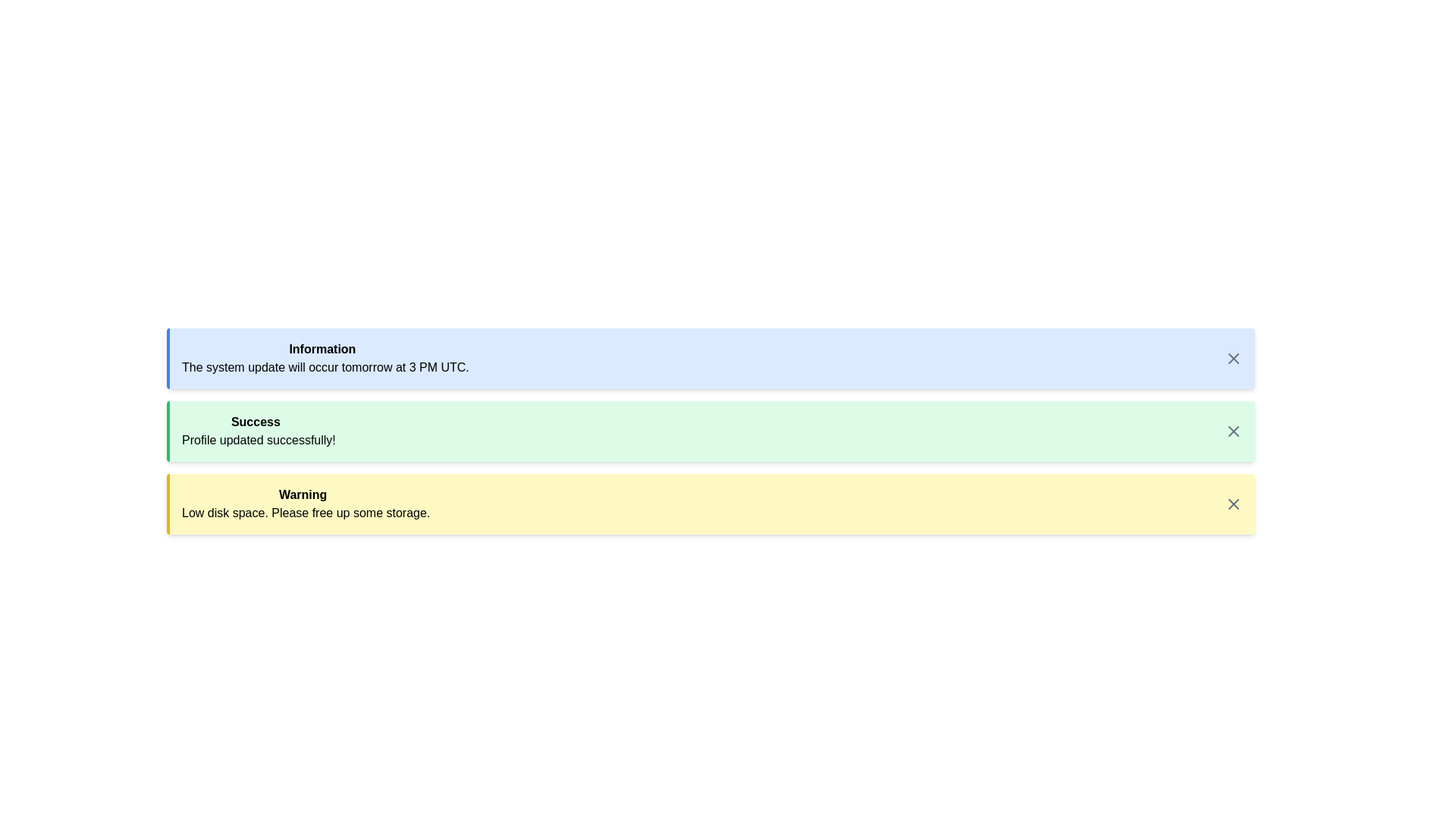 The height and width of the screenshot is (819, 1456). I want to click on the Text Label that serves as a heading for the notification block, located above the message 'Low disk space. Please free up some storage.', so click(303, 494).